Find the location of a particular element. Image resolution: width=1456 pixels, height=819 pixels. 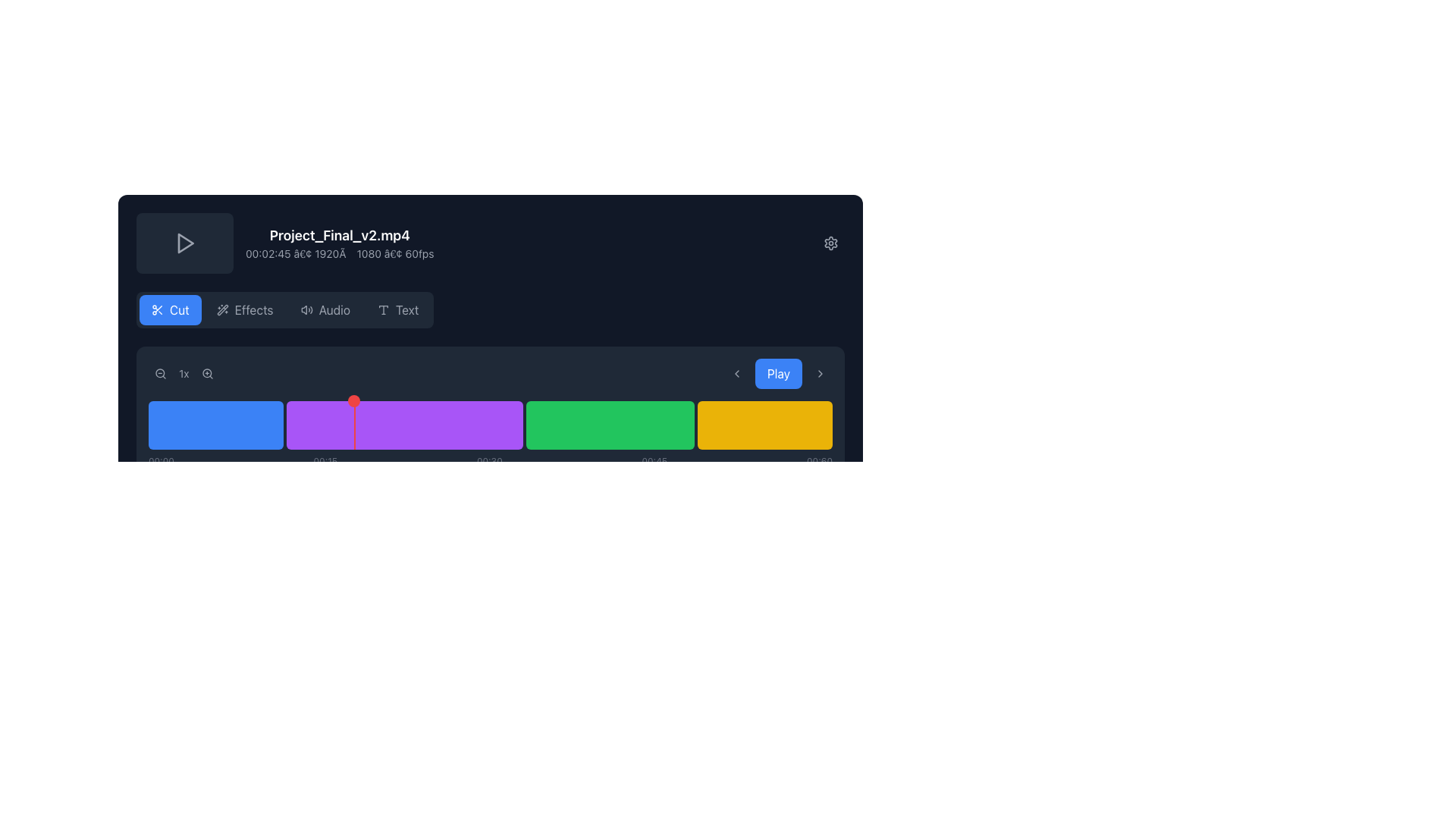

the compact right-pointing chevron icon, styled in light gray is located at coordinates (819, 374).